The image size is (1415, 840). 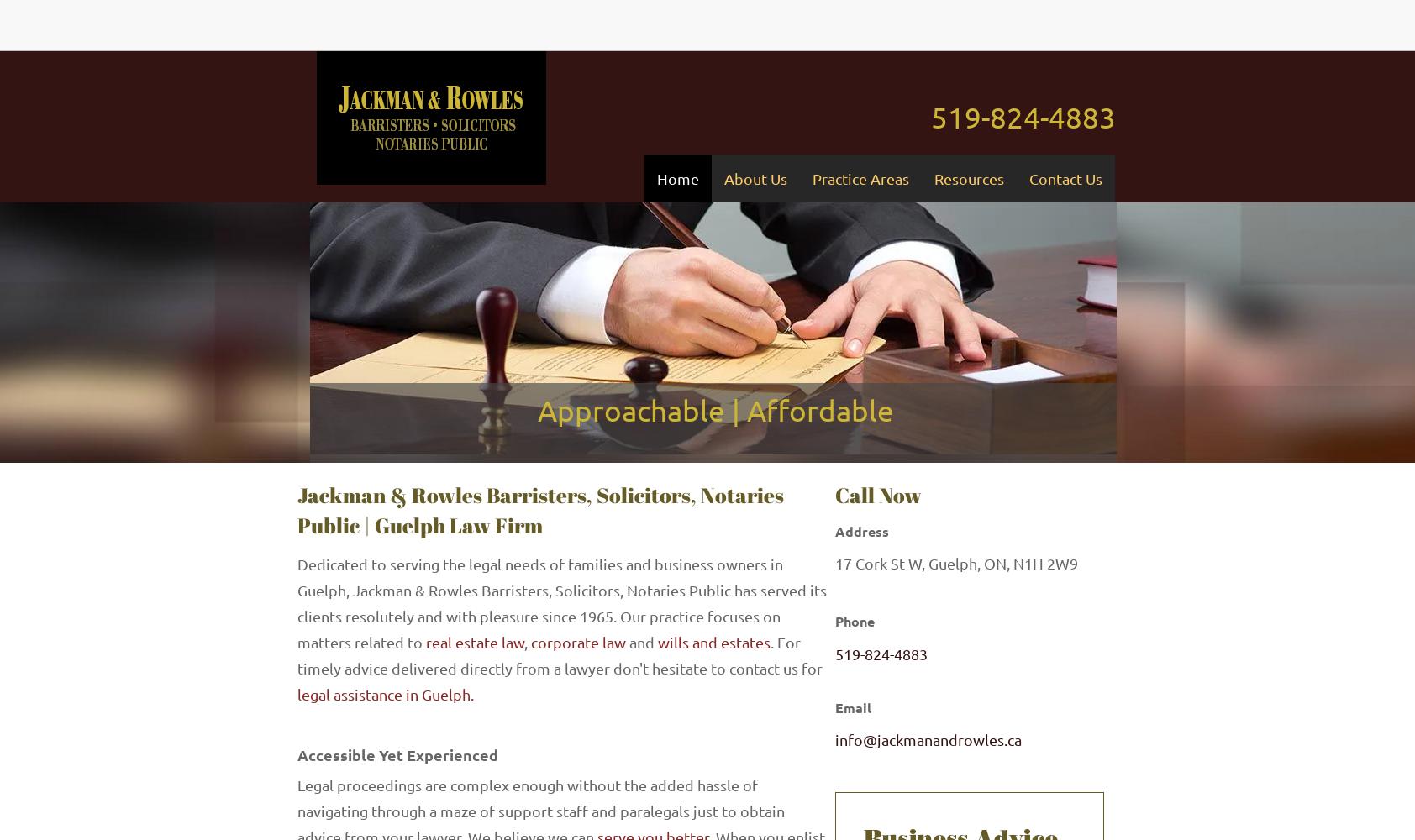 I want to click on 'Resources', so click(x=968, y=177).